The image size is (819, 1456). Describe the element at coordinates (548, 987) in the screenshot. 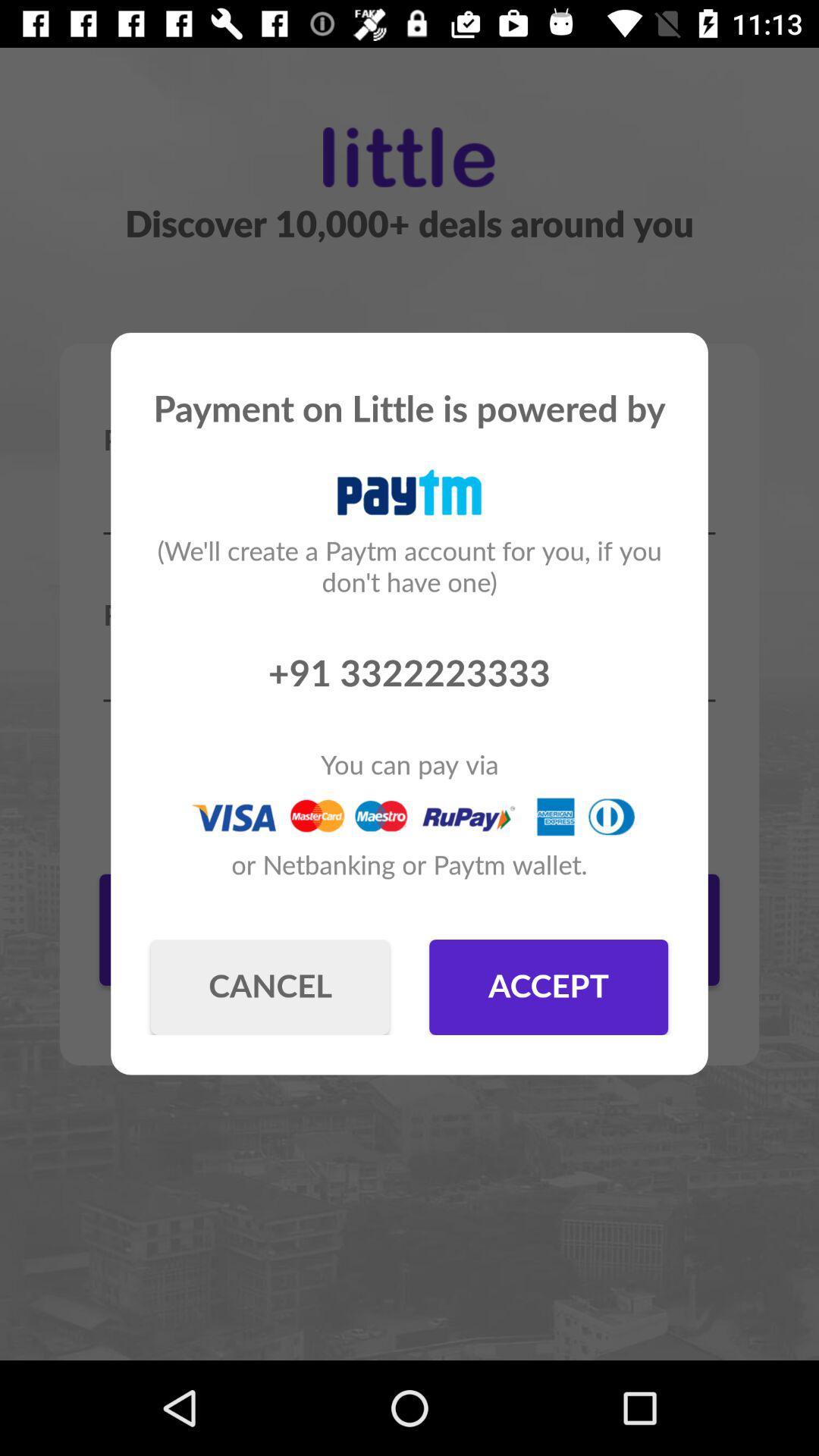

I see `the accept item` at that location.